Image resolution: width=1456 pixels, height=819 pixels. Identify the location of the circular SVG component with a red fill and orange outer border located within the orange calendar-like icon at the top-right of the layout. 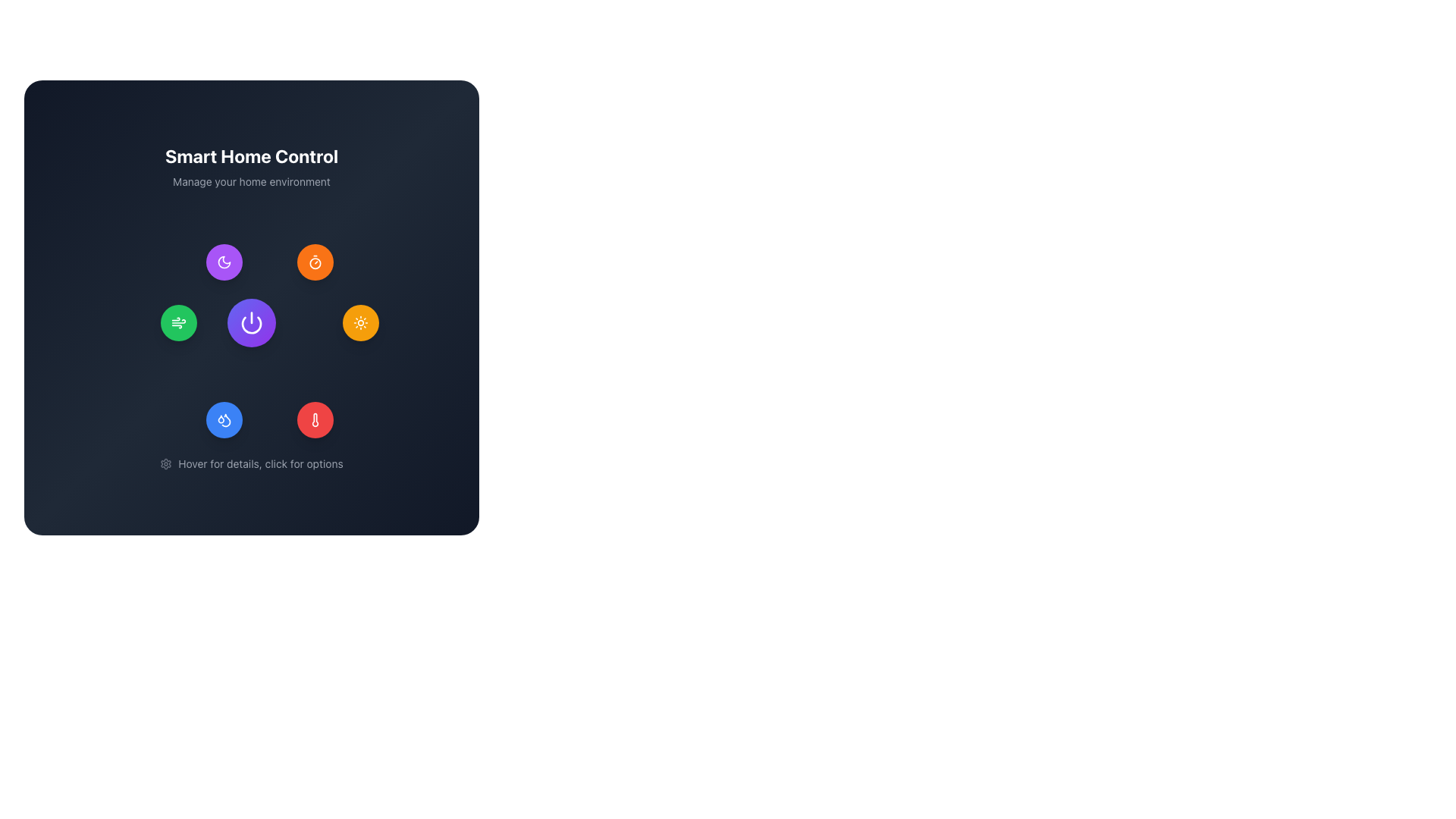
(315, 262).